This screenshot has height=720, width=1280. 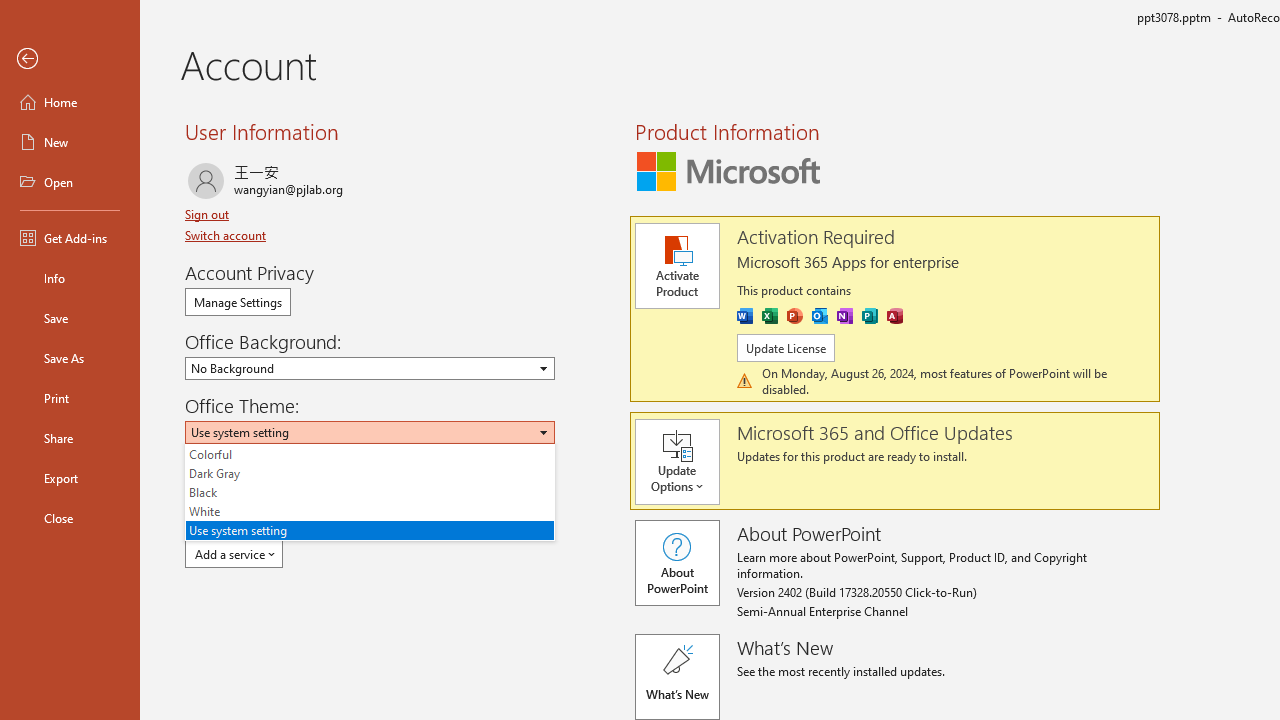 I want to click on 'About PowerPoint', so click(x=677, y=563).